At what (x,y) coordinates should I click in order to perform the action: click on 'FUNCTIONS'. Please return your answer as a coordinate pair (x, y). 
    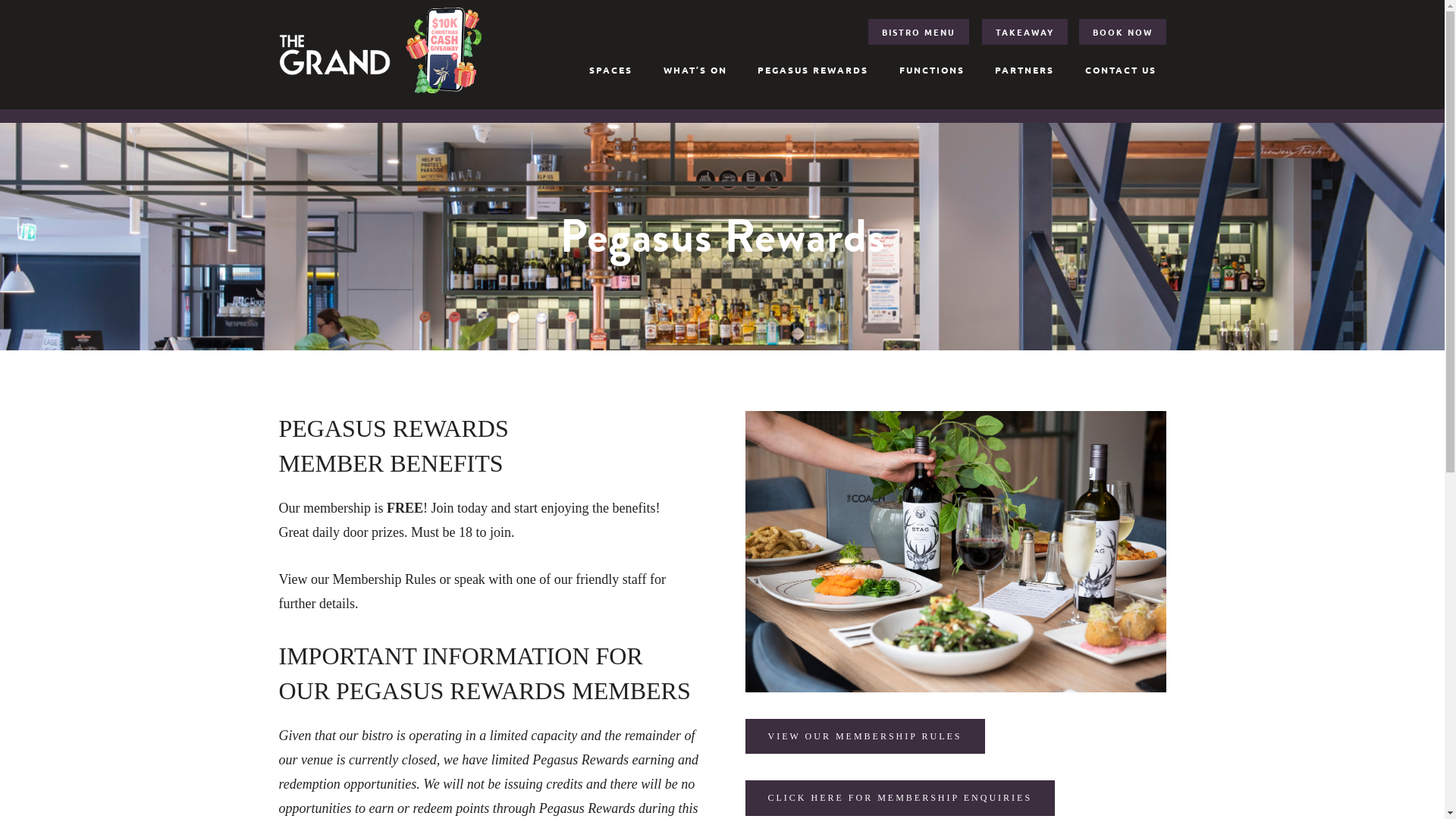
    Looking at the image, I should click on (930, 70).